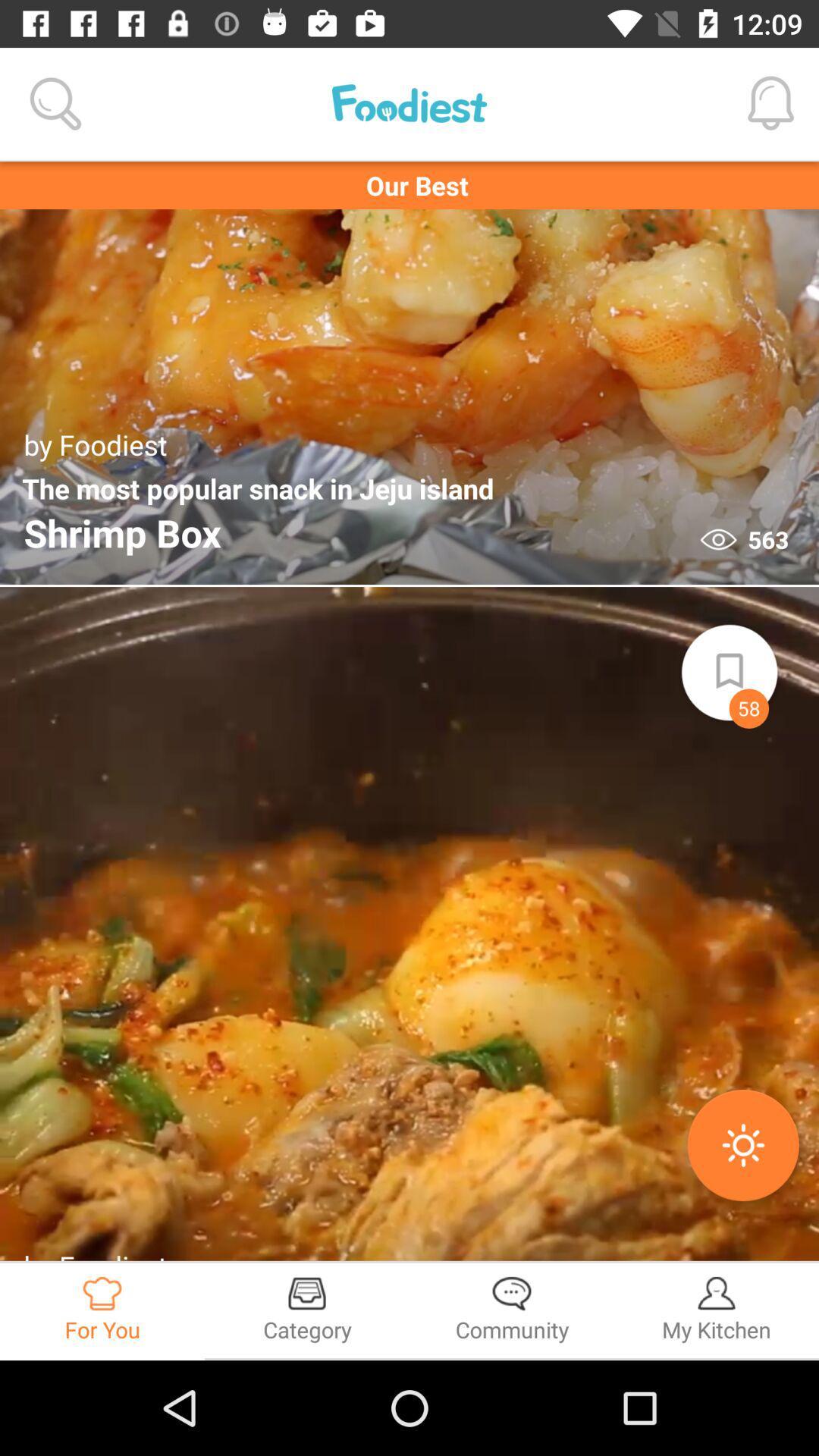 This screenshot has width=819, height=1456. What do you see at coordinates (742, 1145) in the screenshot?
I see `the second orange colored button on the second image` at bounding box center [742, 1145].